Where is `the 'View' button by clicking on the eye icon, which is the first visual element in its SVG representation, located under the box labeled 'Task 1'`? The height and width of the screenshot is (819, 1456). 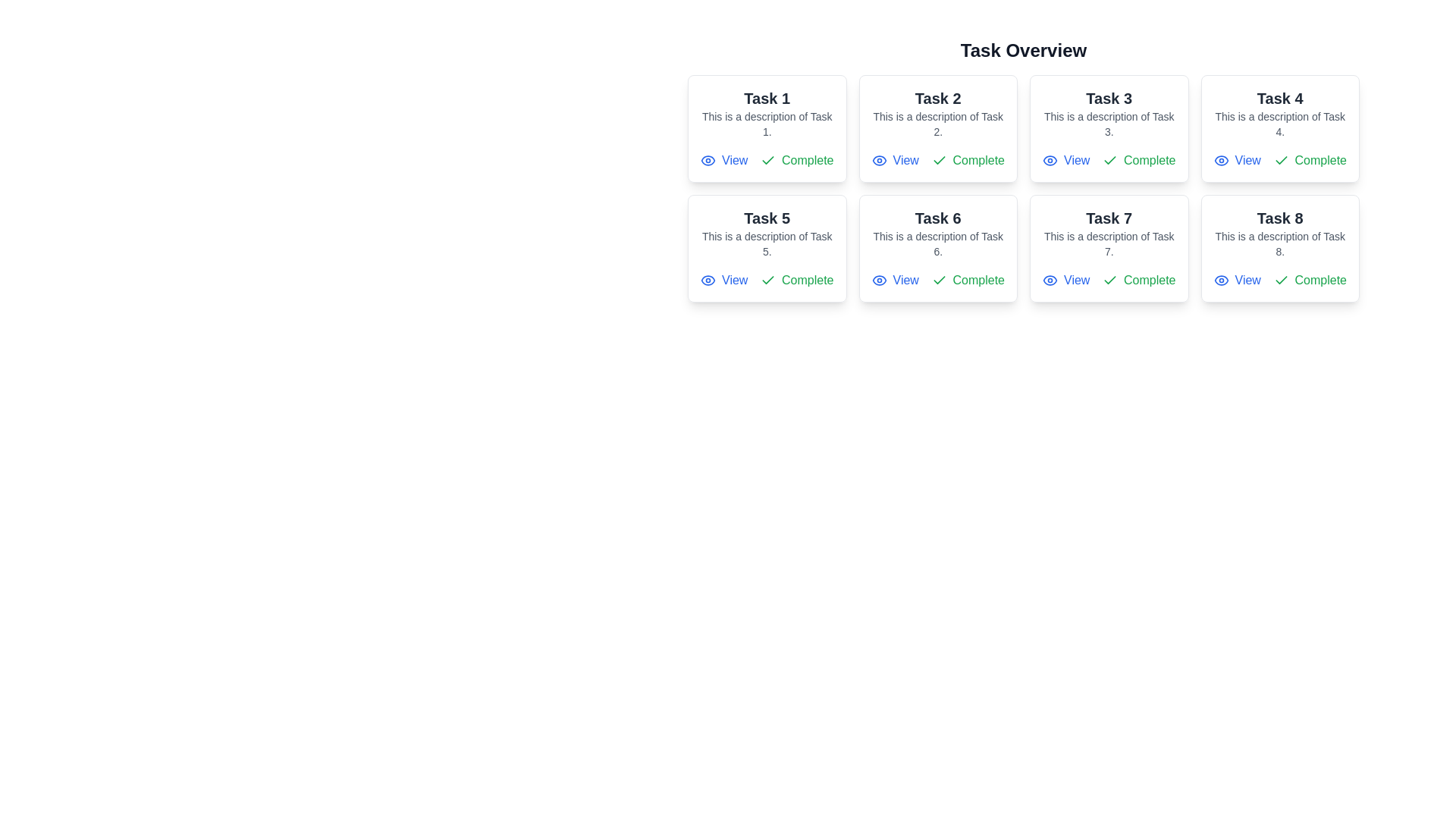 the 'View' button by clicking on the eye icon, which is the first visual element in its SVG representation, located under the box labeled 'Task 1' is located at coordinates (879, 281).